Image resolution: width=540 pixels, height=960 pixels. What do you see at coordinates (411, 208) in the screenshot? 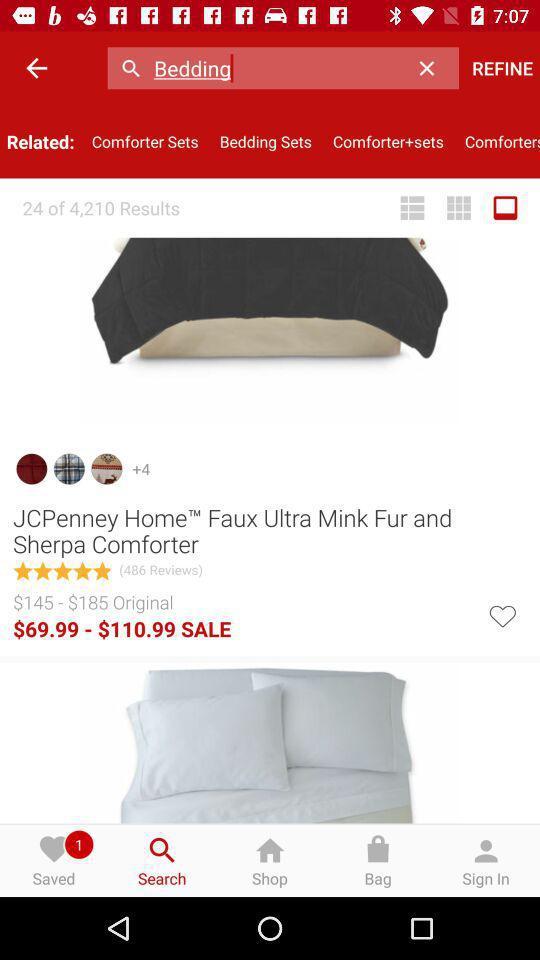
I see `item next to the 24 of 4` at bounding box center [411, 208].